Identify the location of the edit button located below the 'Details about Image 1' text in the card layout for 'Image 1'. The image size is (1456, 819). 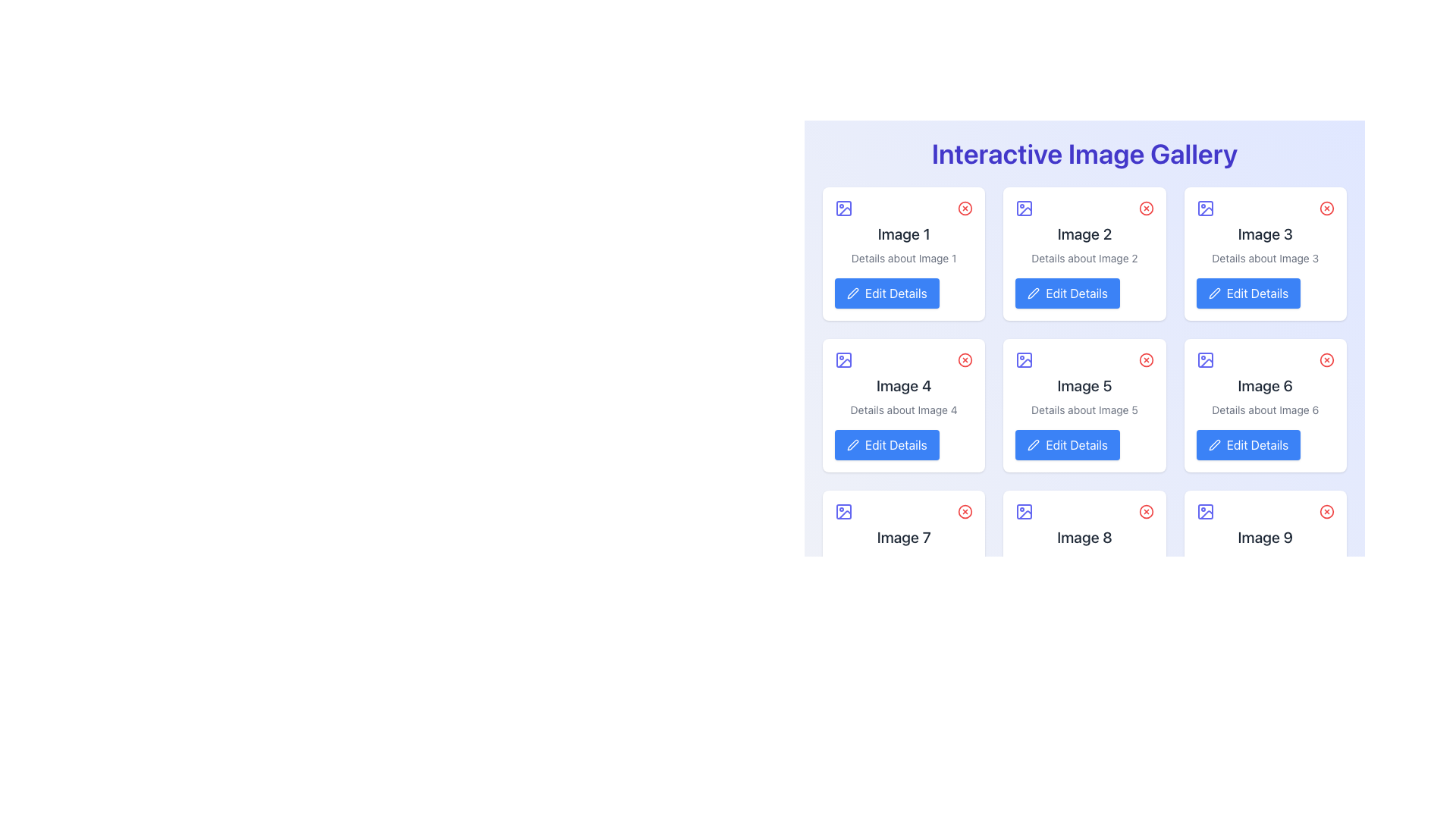
(886, 293).